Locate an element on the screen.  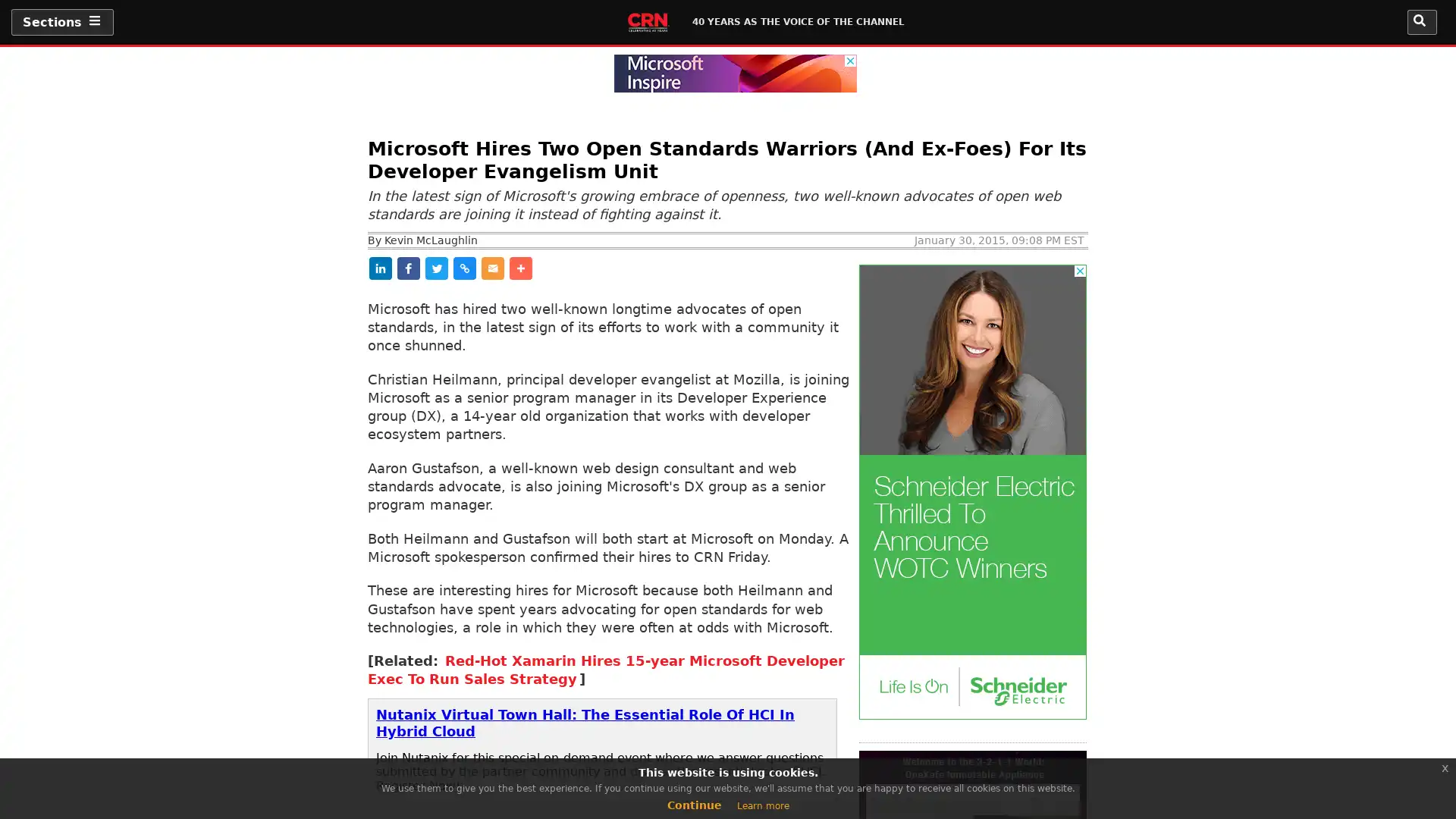
Share to Outlook Outlook is located at coordinates (711, 267).